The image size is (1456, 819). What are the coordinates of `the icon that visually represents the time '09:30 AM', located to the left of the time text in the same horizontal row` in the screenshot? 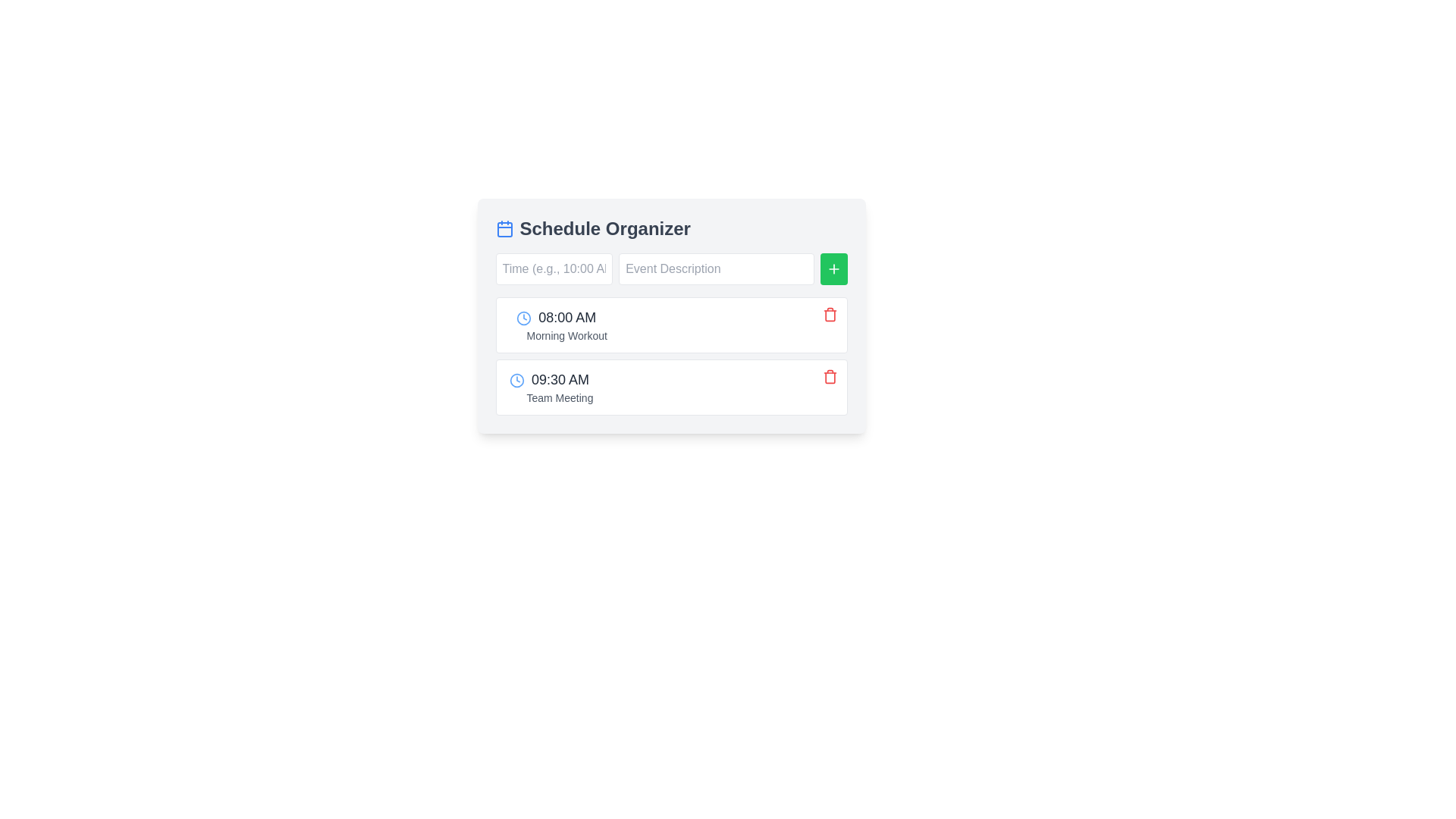 It's located at (516, 380).